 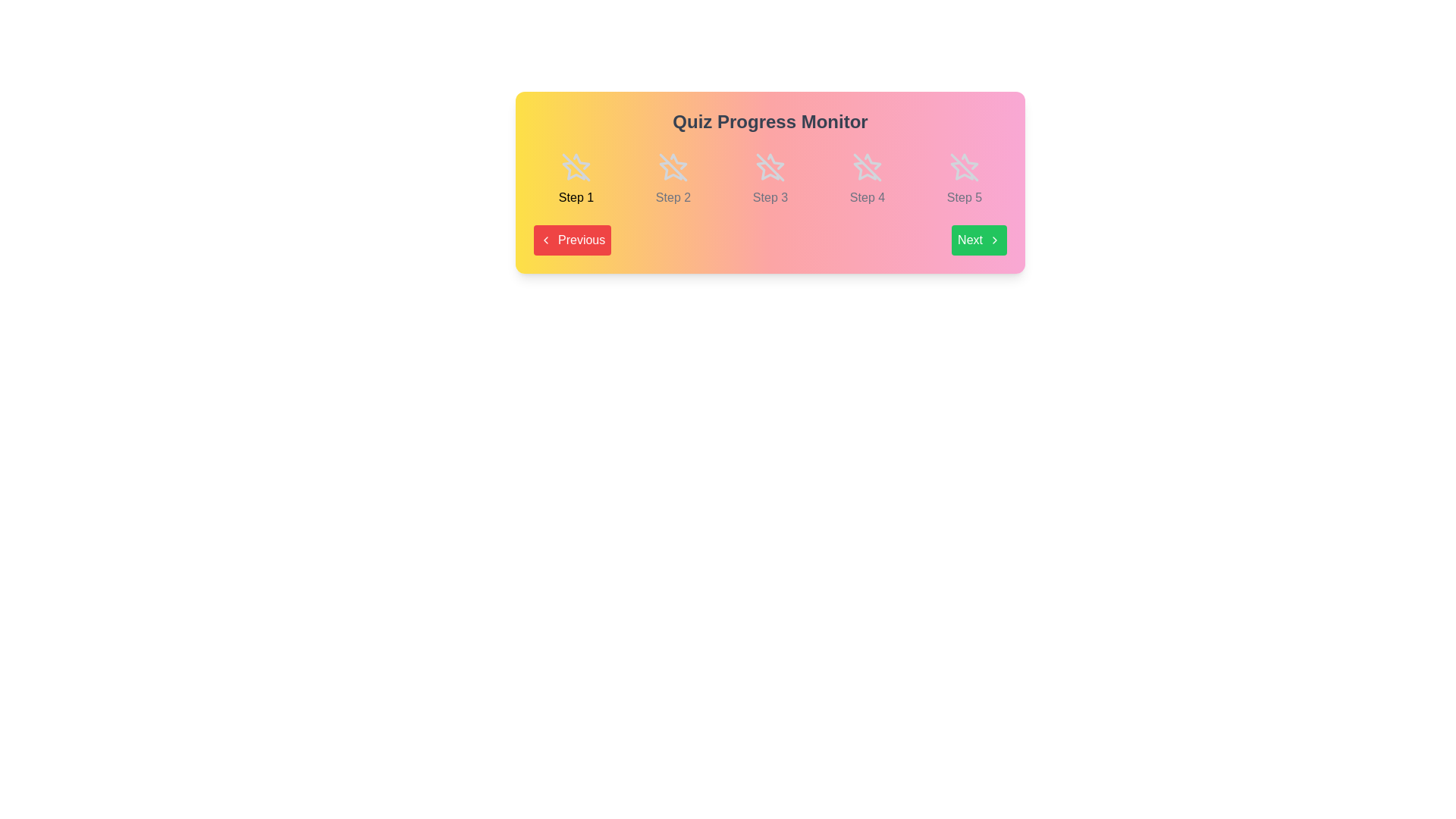 What do you see at coordinates (573, 171) in the screenshot?
I see `the first star-shaped icon in the header area of the 'Quiz Progress Monitor' for visual cues related to the multi-step progress tracking` at bounding box center [573, 171].